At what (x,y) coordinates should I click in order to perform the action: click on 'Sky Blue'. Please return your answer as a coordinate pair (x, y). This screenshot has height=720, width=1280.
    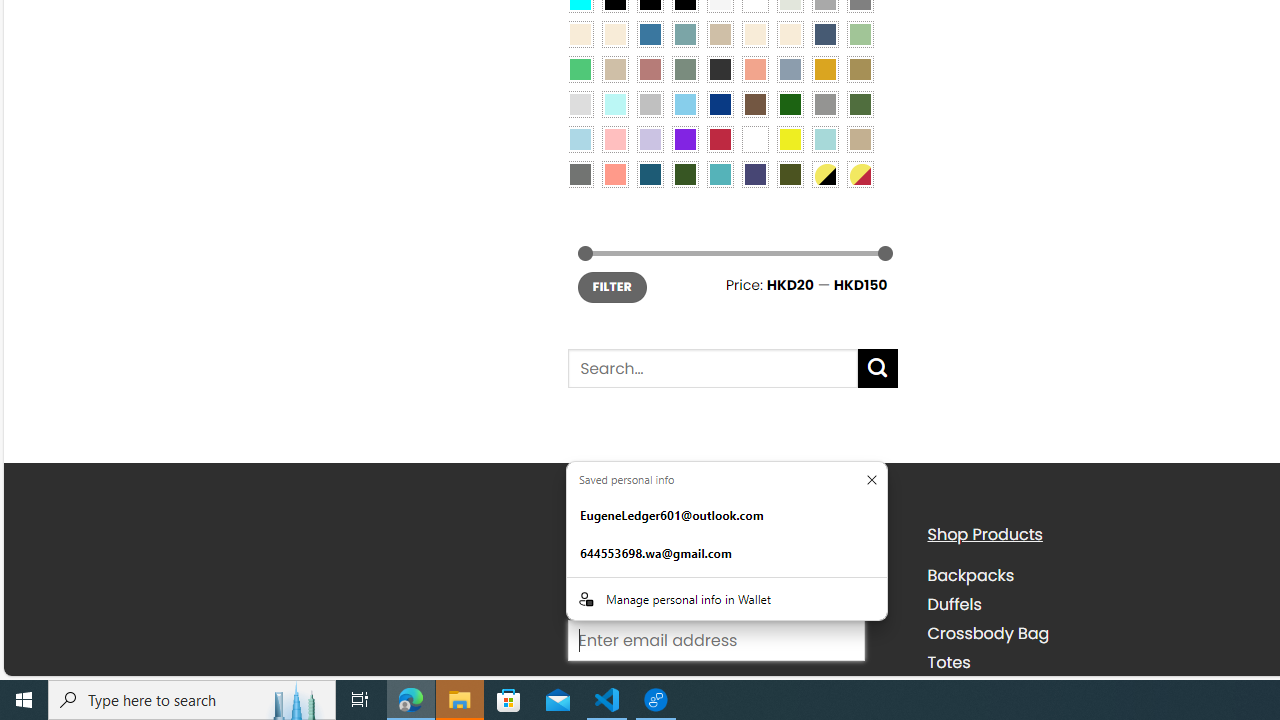
    Looking at the image, I should click on (684, 103).